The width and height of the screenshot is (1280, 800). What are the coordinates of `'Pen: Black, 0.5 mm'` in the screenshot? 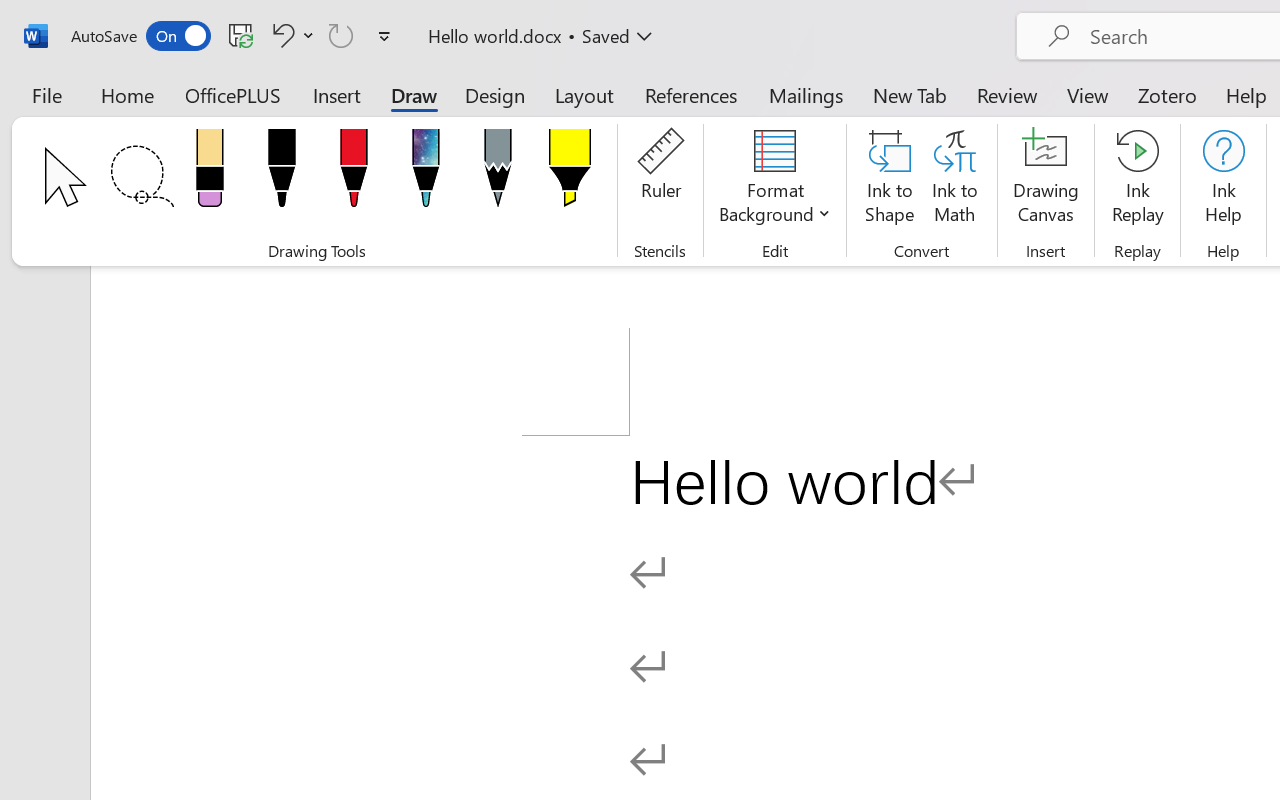 It's located at (280, 173).